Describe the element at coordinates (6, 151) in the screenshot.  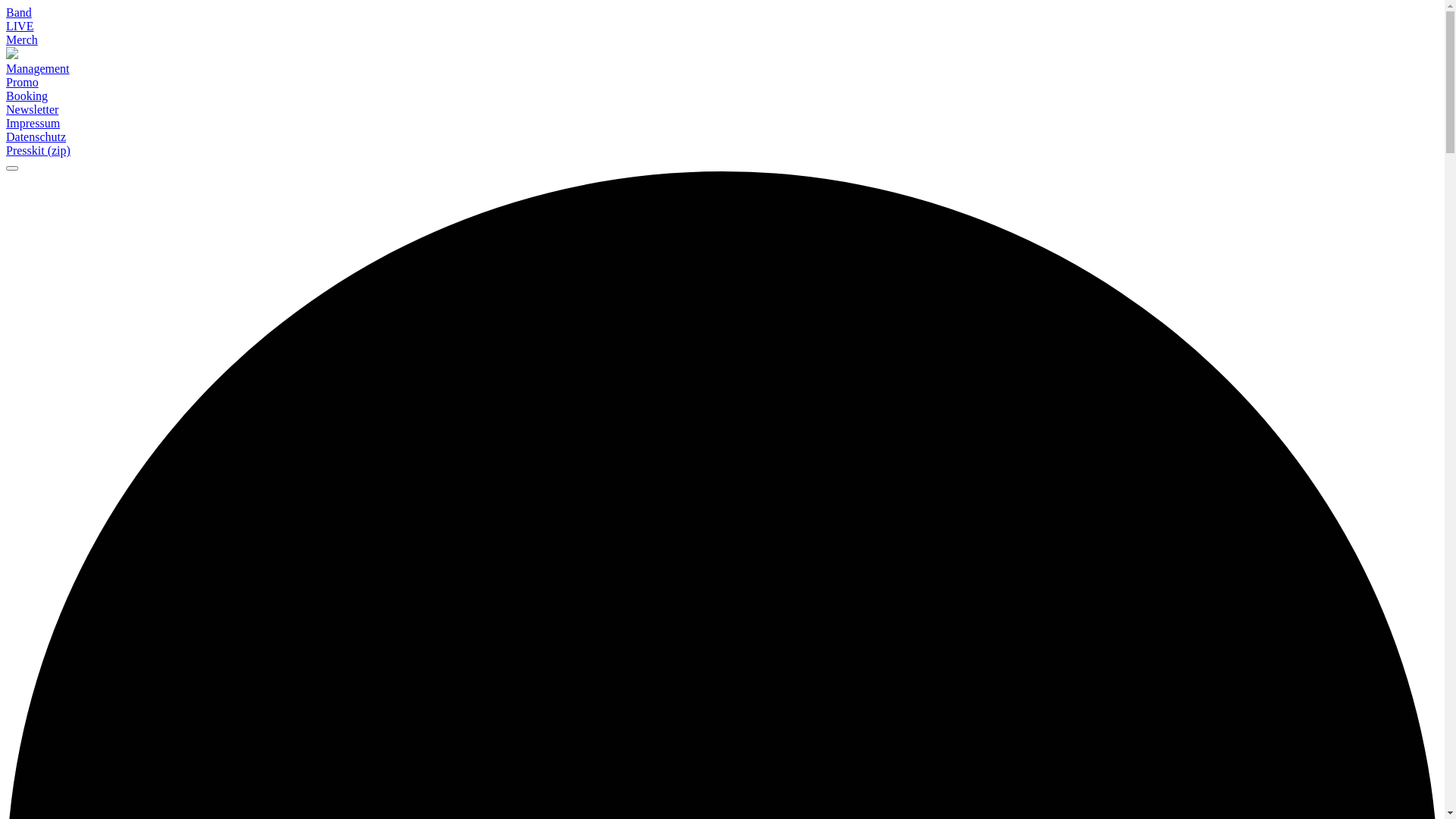
I see `'Presskit (zip)'` at that location.